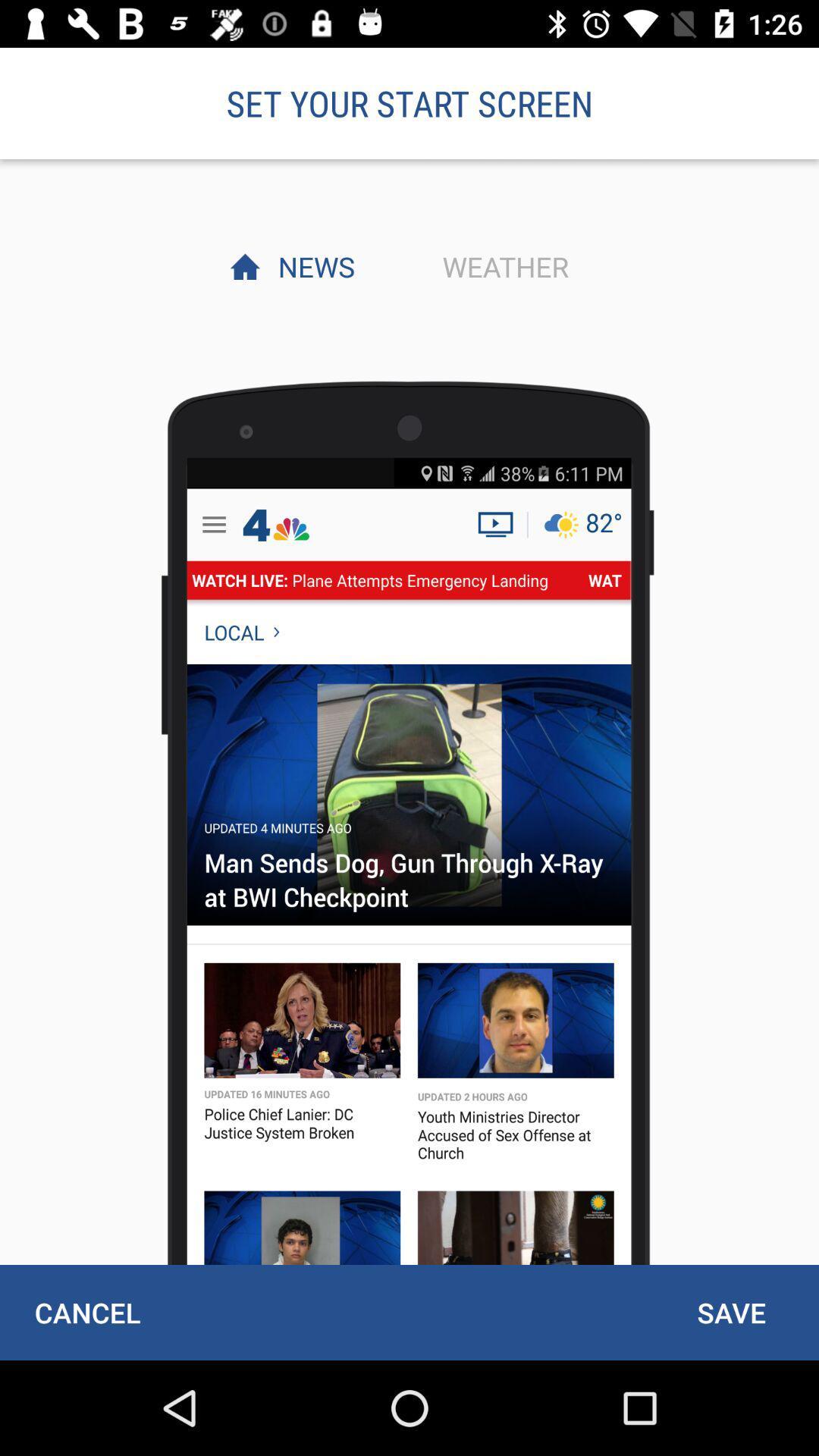 The width and height of the screenshot is (819, 1456). What do you see at coordinates (730, 1312) in the screenshot?
I see `icon to the right of cancel` at bounding box center [730, 1312].